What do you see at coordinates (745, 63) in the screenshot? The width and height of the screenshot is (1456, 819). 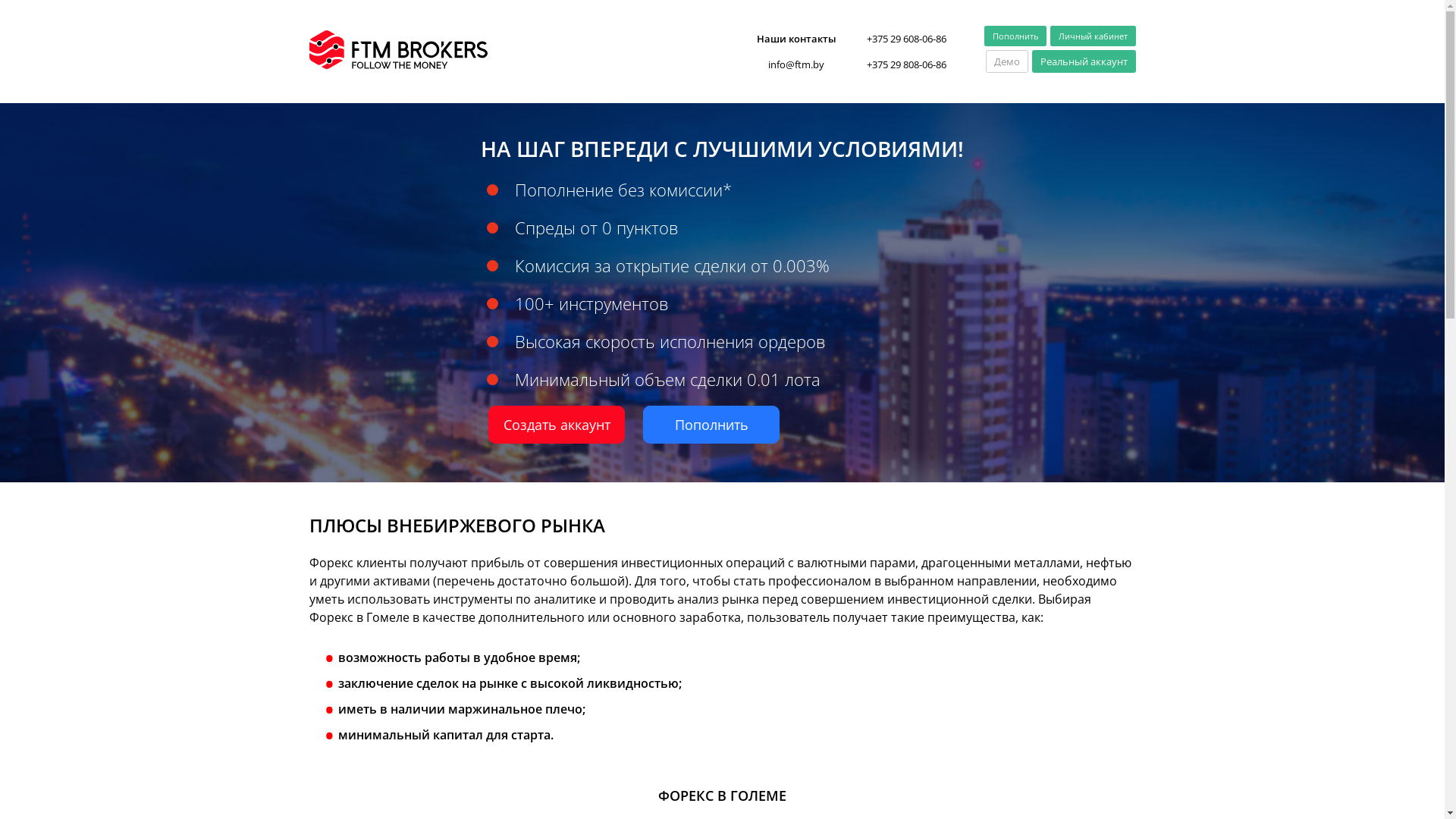 I see `'info@ftm.by'` at bounding box center [745, 63].